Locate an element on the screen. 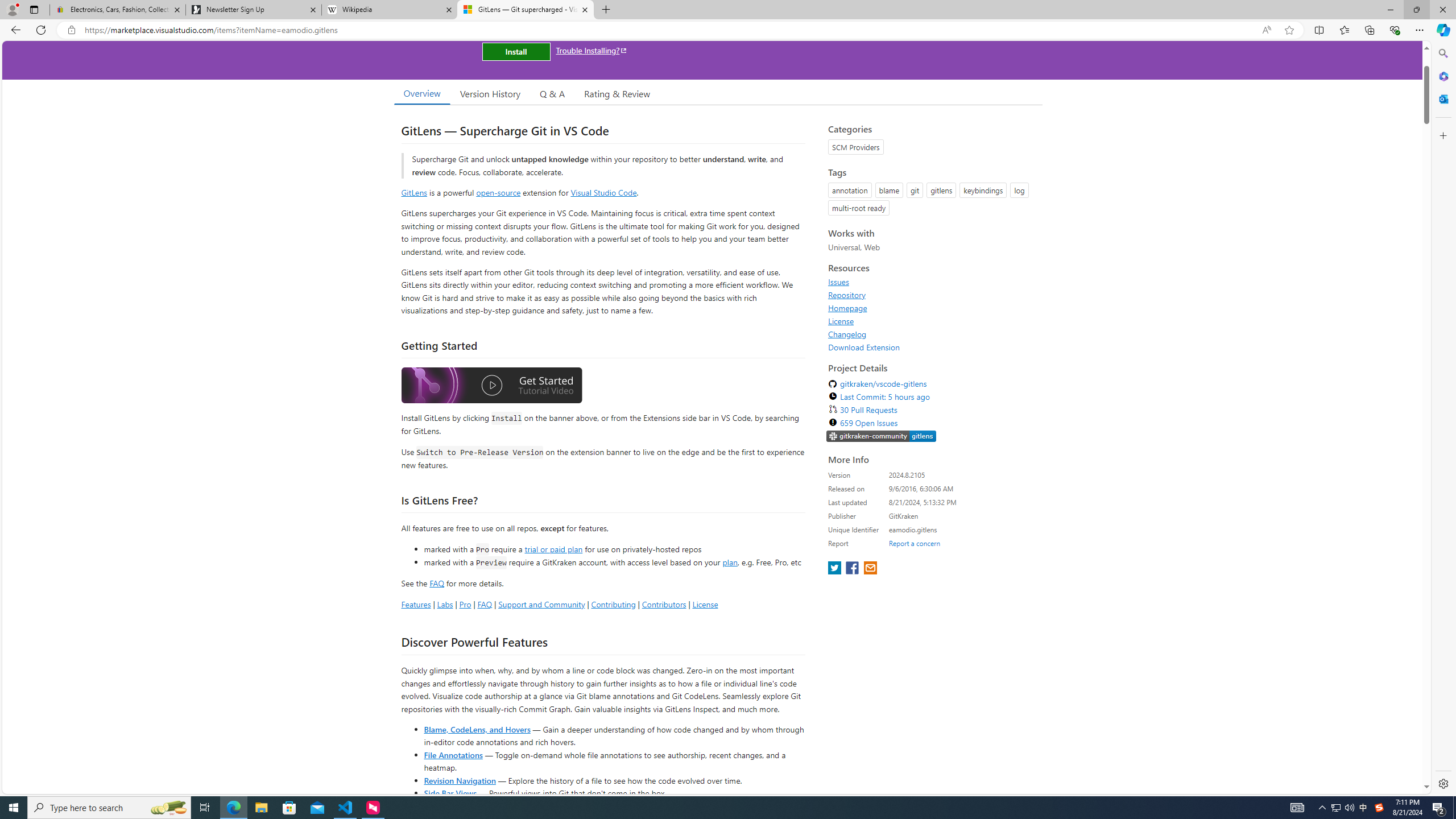 This screenshot has height=819, width=1456. 'Changelog' is located at coordinates (846, 333).